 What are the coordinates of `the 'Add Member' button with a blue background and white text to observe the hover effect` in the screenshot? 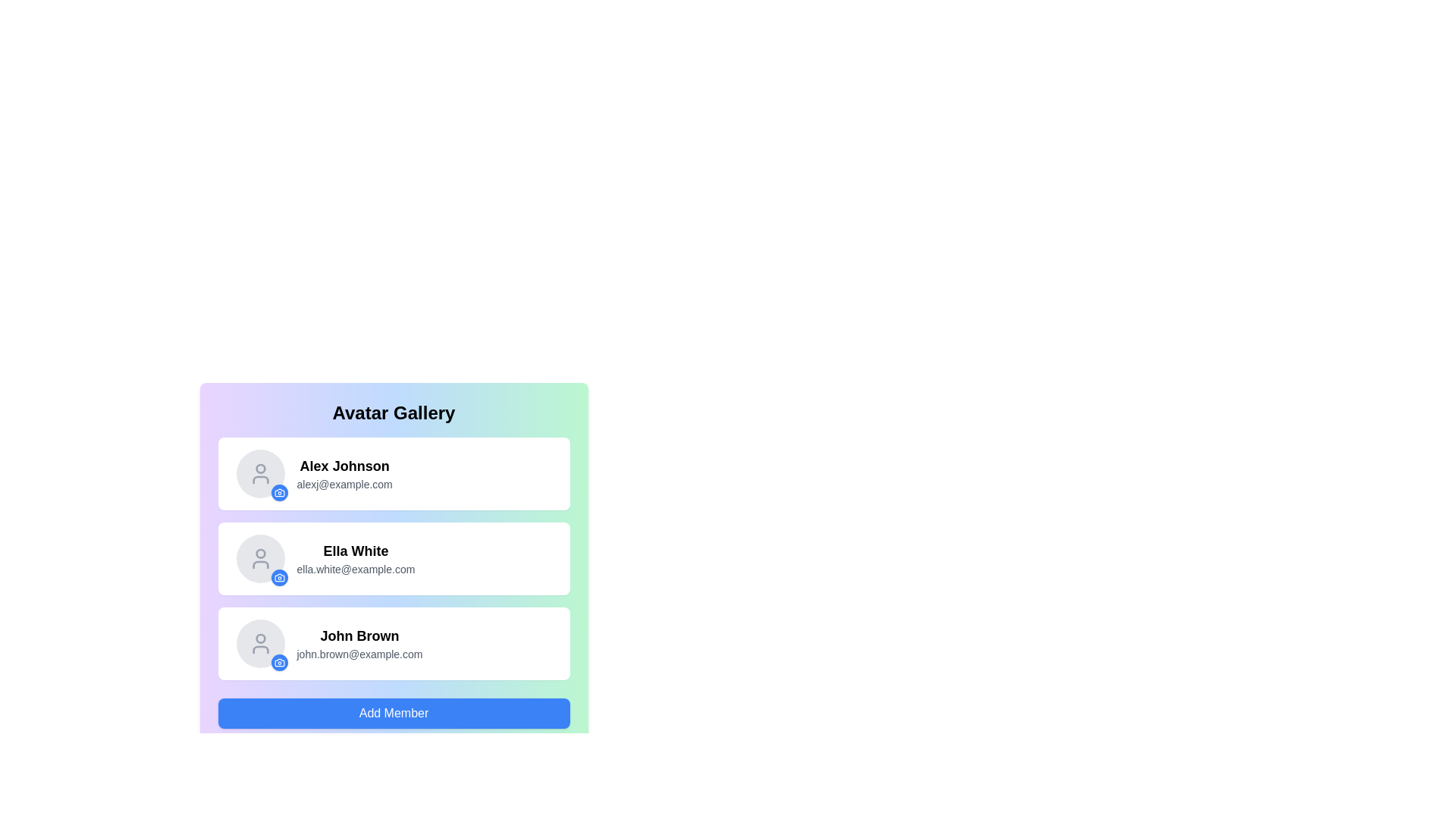 It's located at (394, 714).